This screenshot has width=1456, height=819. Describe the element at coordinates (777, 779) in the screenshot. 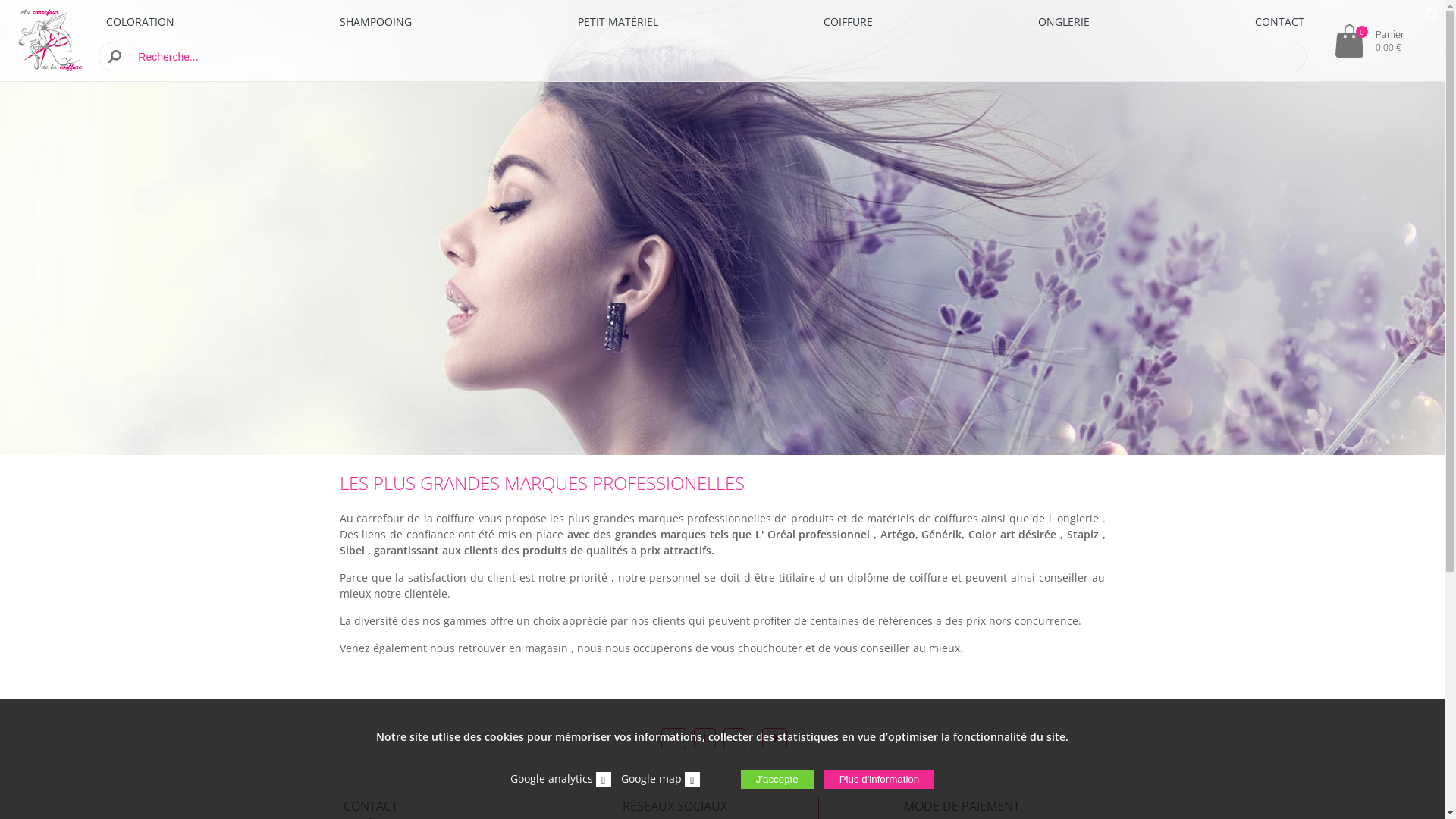

I see `'J'accepte'` at that location.